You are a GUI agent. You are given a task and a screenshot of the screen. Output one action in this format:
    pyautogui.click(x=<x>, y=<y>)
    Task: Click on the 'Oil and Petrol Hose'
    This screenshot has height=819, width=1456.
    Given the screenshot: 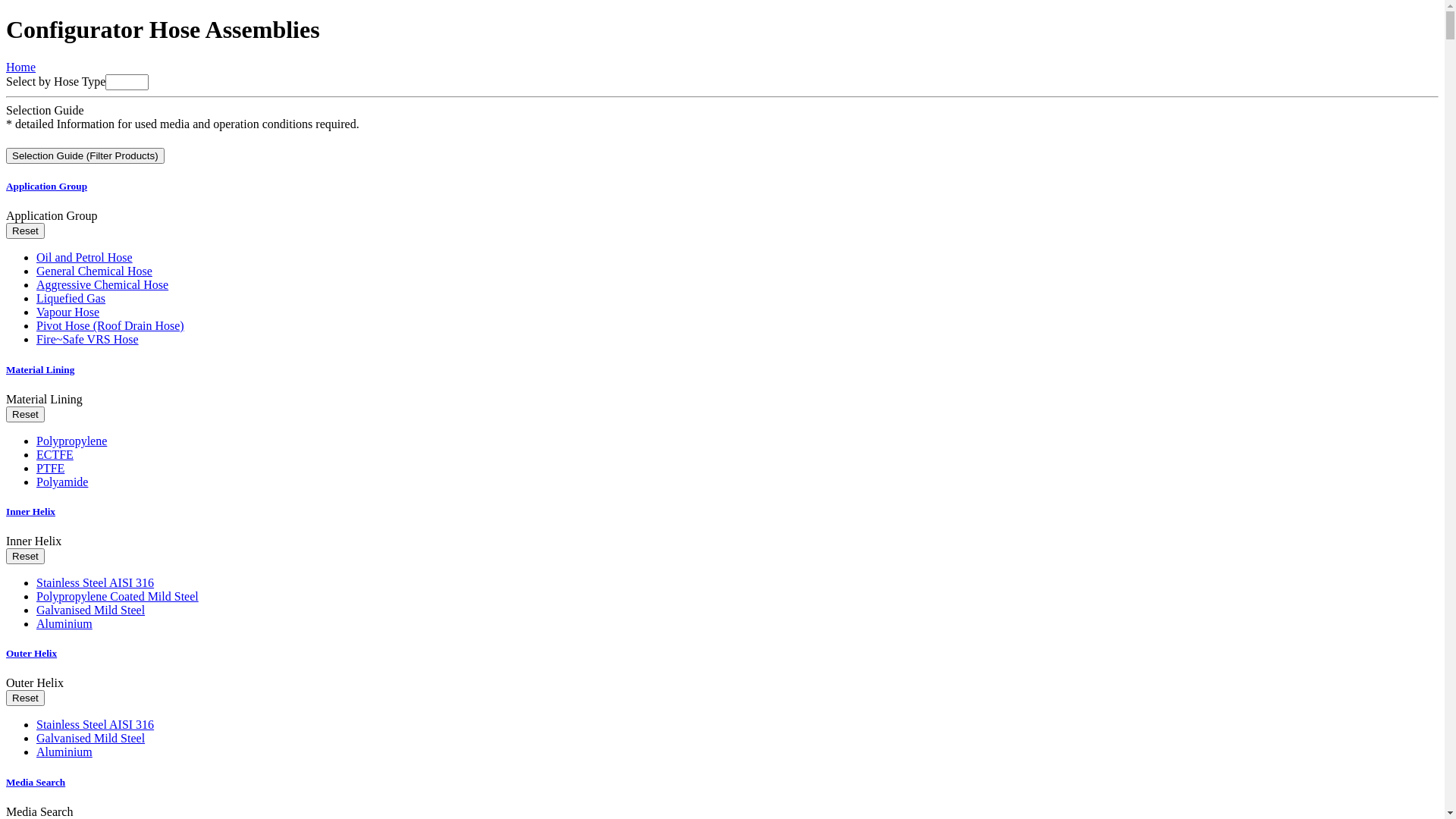 What is the action you would take?
    pyautogui.click(x=83, y=256)
    